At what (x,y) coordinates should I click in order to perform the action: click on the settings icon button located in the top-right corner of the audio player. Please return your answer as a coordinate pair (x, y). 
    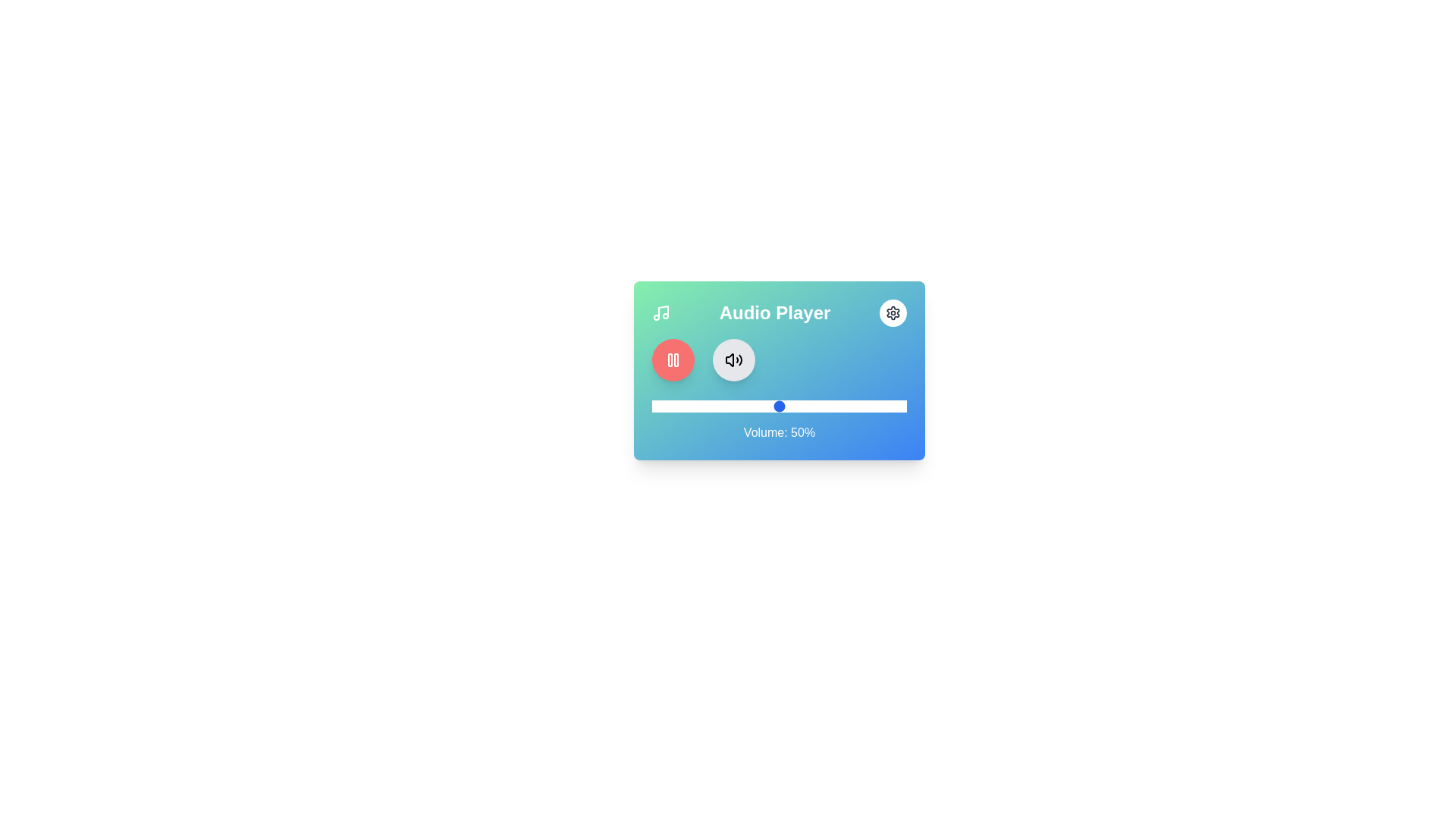
    Looking at the image, I should click on (893, 312).